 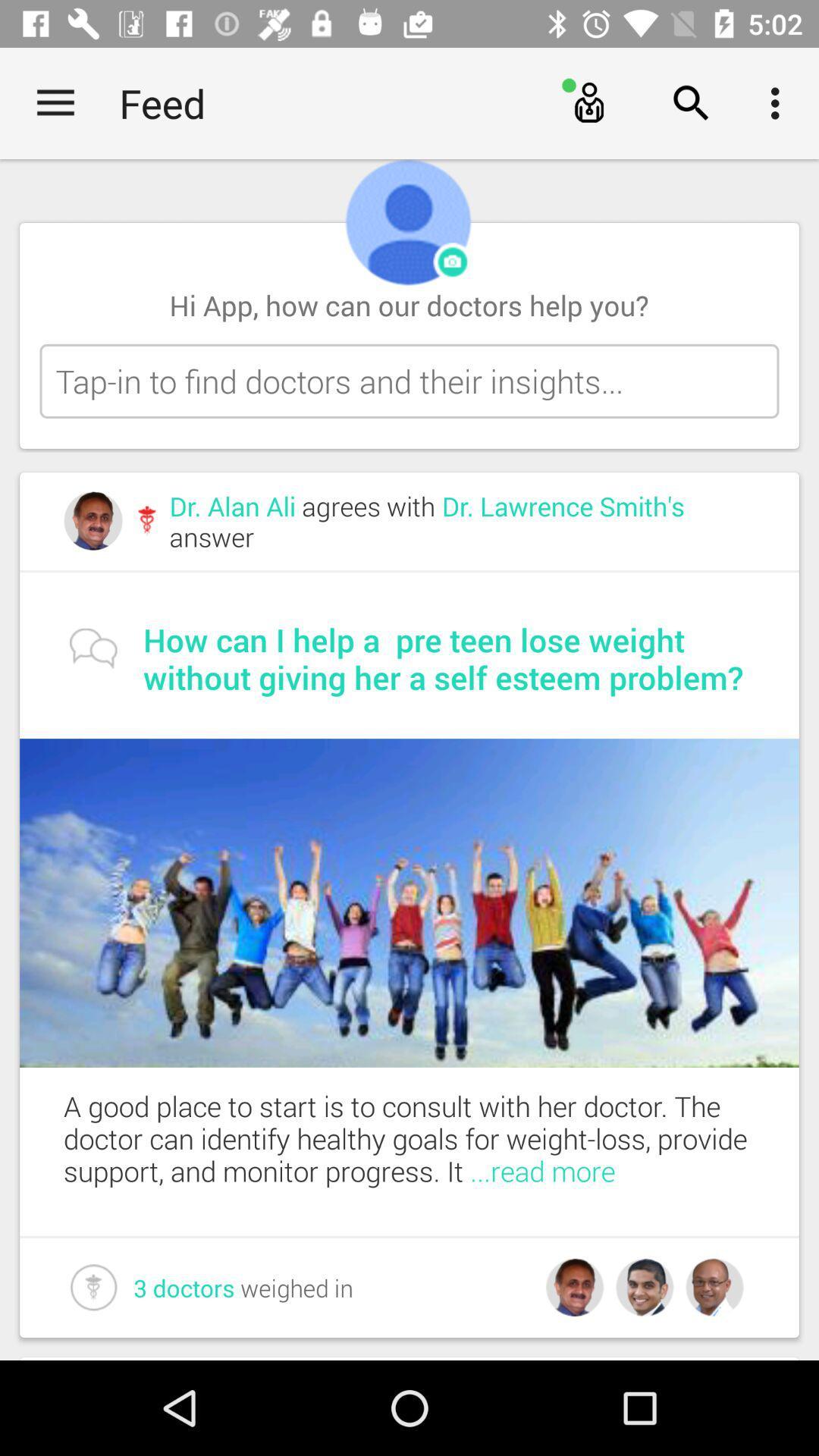 I want to click on change profile picture, so click(x=452, y=262).